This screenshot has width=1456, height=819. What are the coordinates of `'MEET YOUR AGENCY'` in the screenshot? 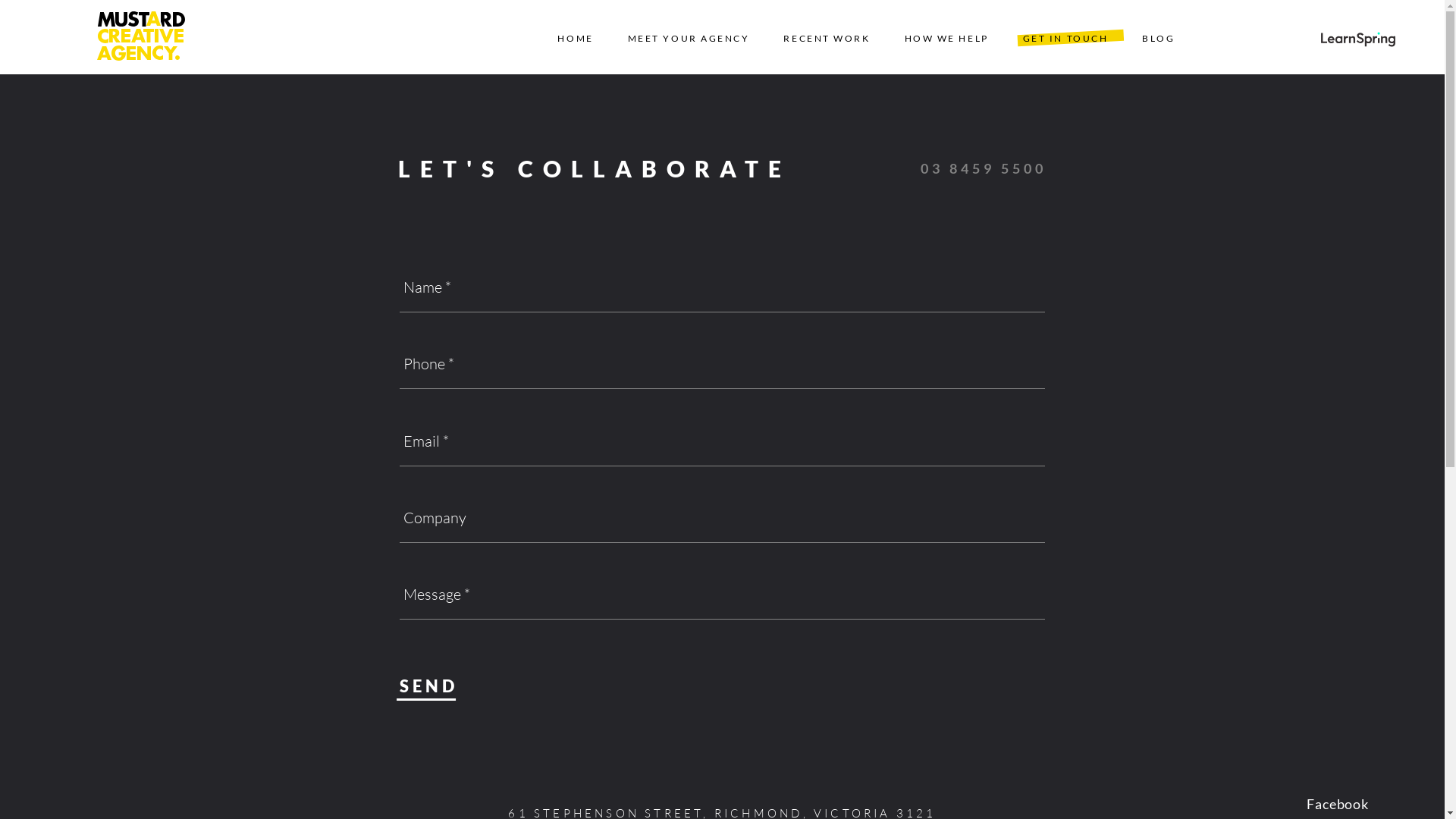 It's located at (687, 37).